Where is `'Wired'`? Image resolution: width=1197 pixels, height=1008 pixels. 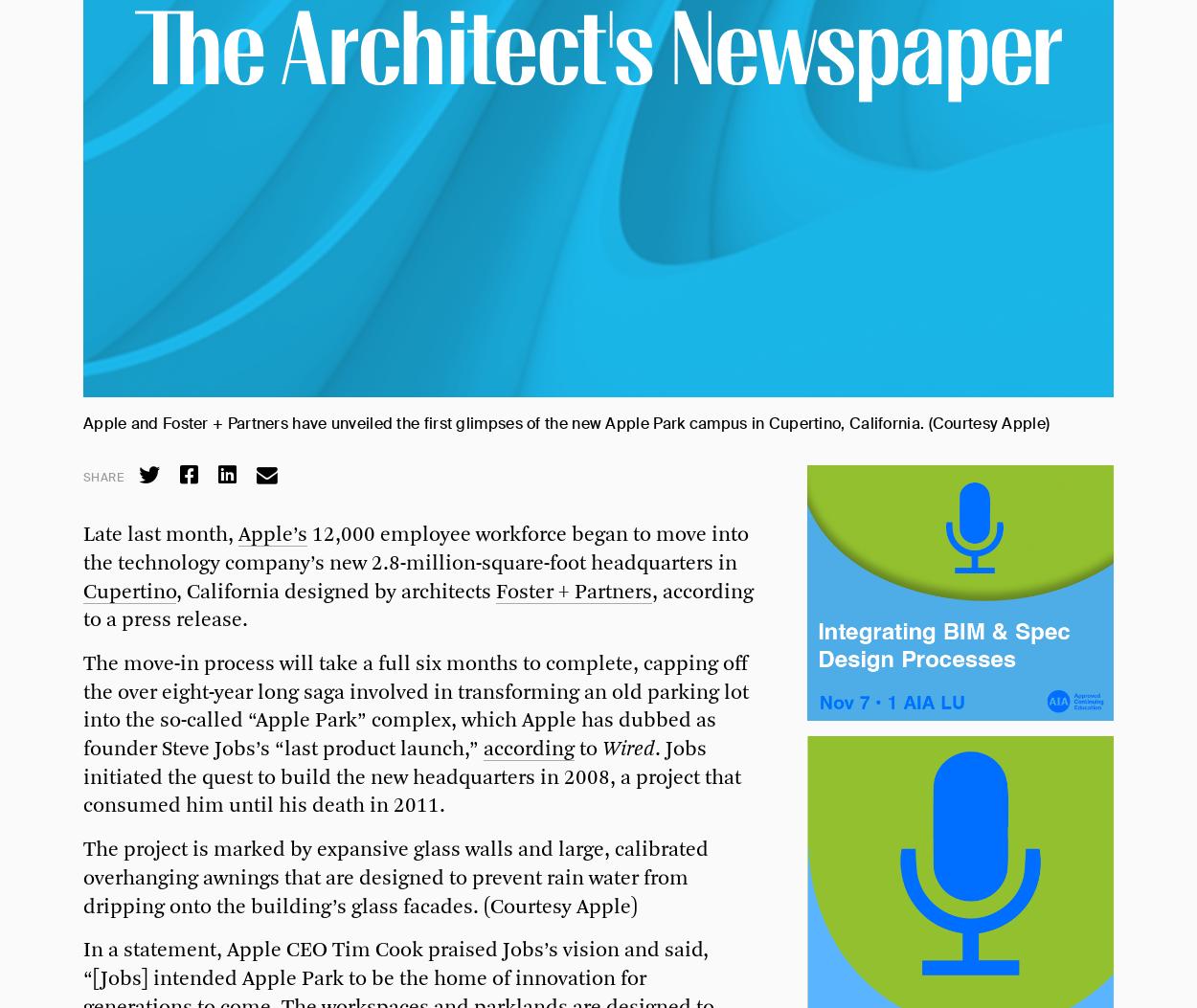 'Wired' is located at coordinates (628, 750).